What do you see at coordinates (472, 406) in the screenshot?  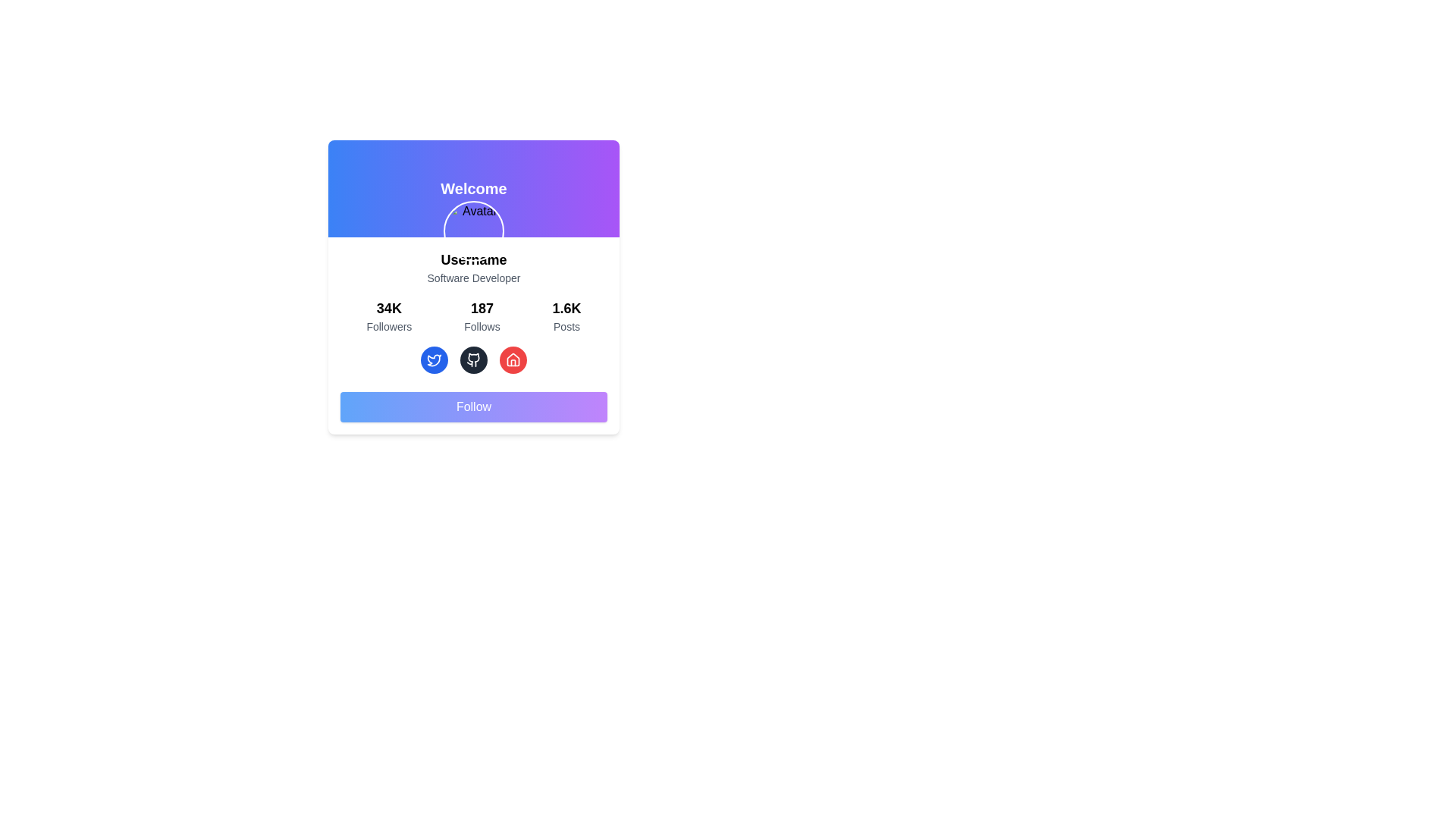 I see `the follow button located at the bottom of the user information card to observe any hover effects` at bounding box center [472, 406].